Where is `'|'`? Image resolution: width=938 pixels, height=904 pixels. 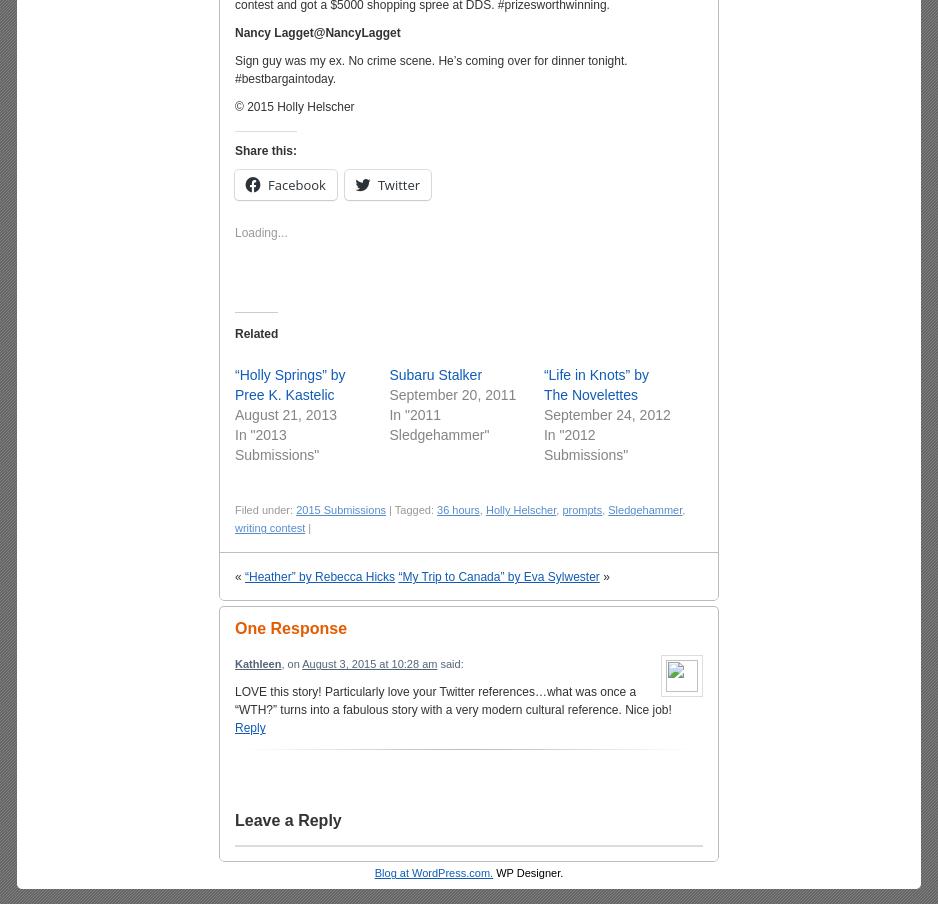 '|' is located at coordinates (307, 528).